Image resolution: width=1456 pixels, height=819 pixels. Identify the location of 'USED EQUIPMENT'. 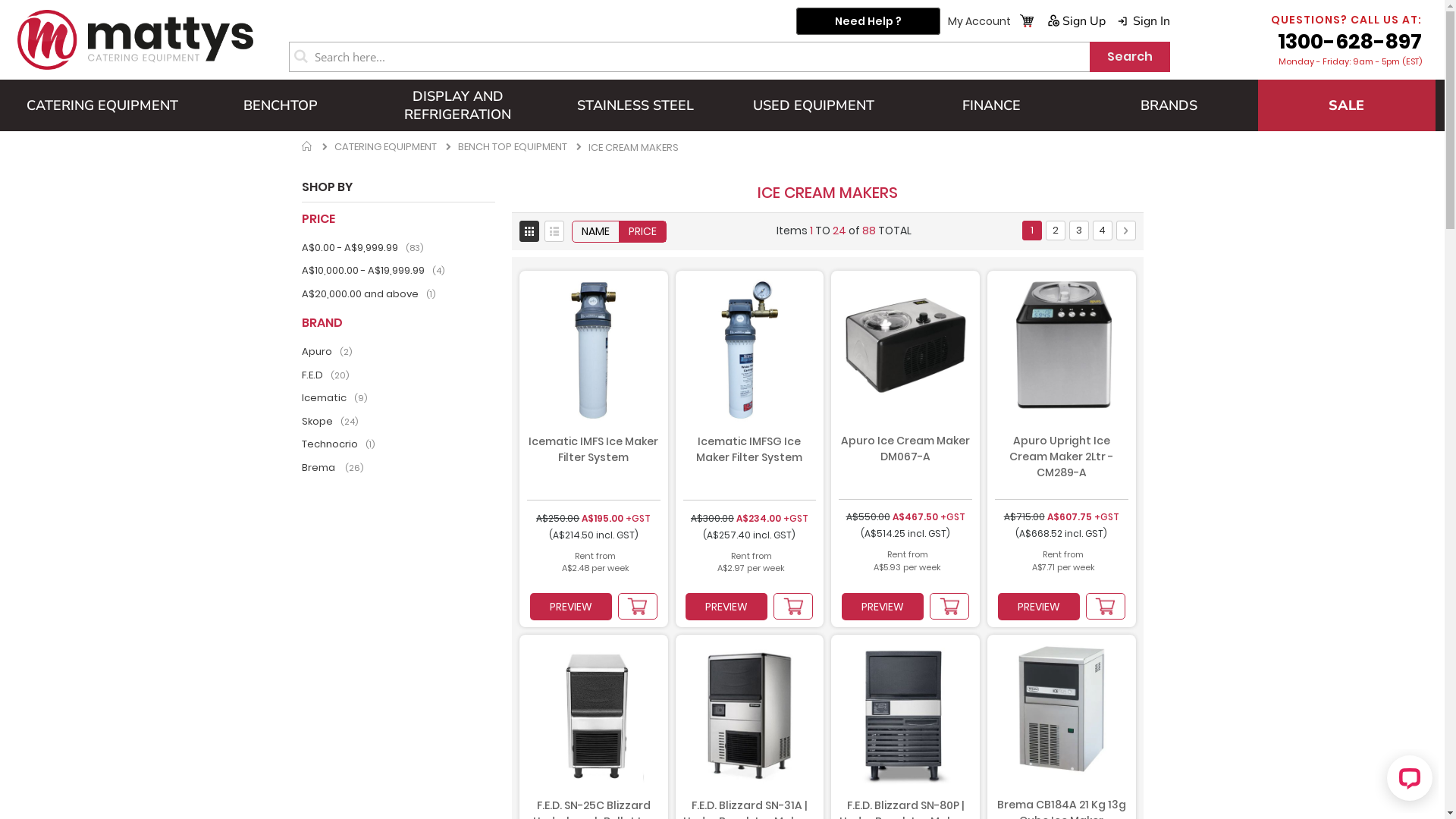
(813, 104).